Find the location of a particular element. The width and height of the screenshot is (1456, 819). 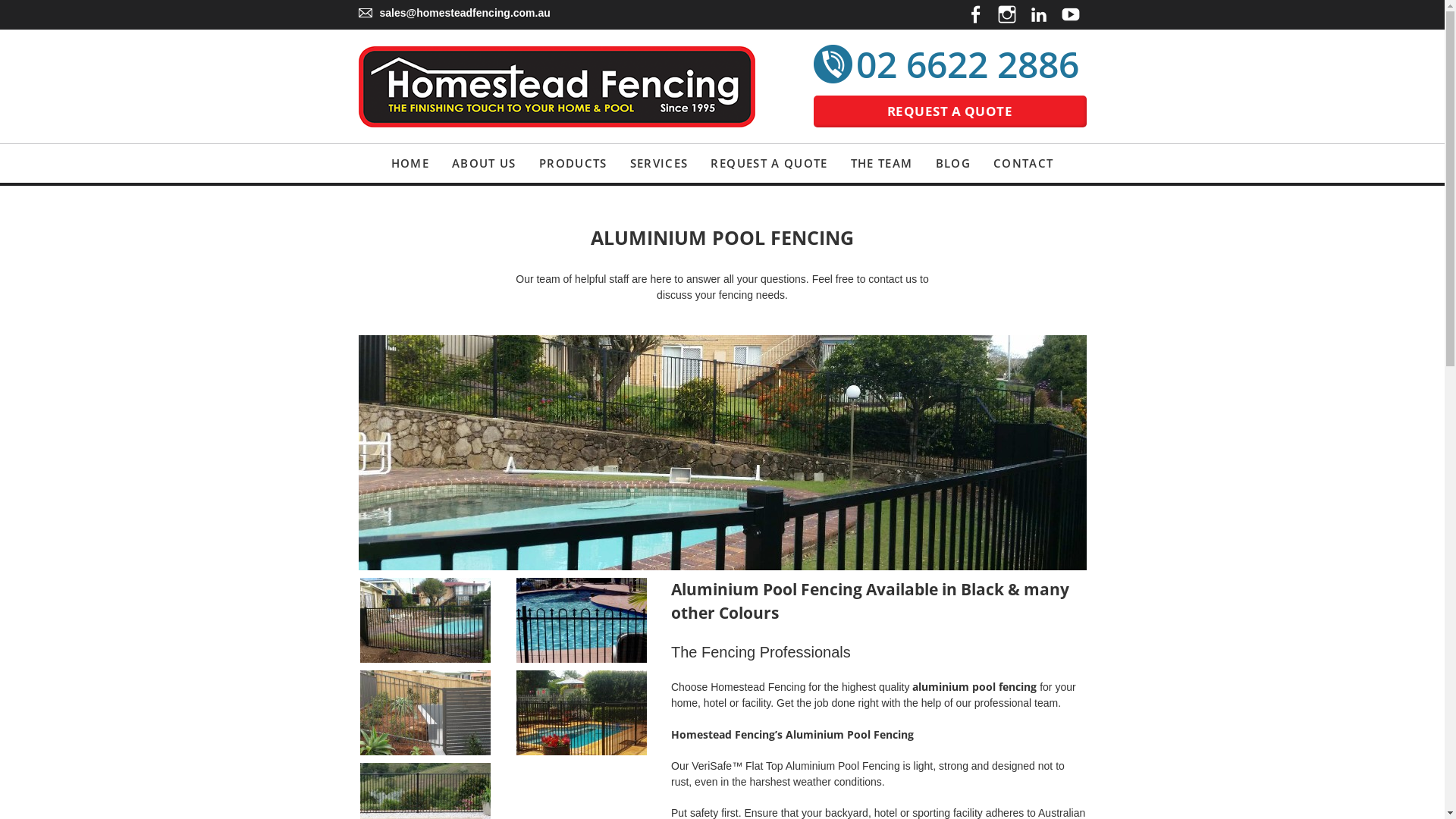

'02 6622 2886' is located at coordinates (966, 63).